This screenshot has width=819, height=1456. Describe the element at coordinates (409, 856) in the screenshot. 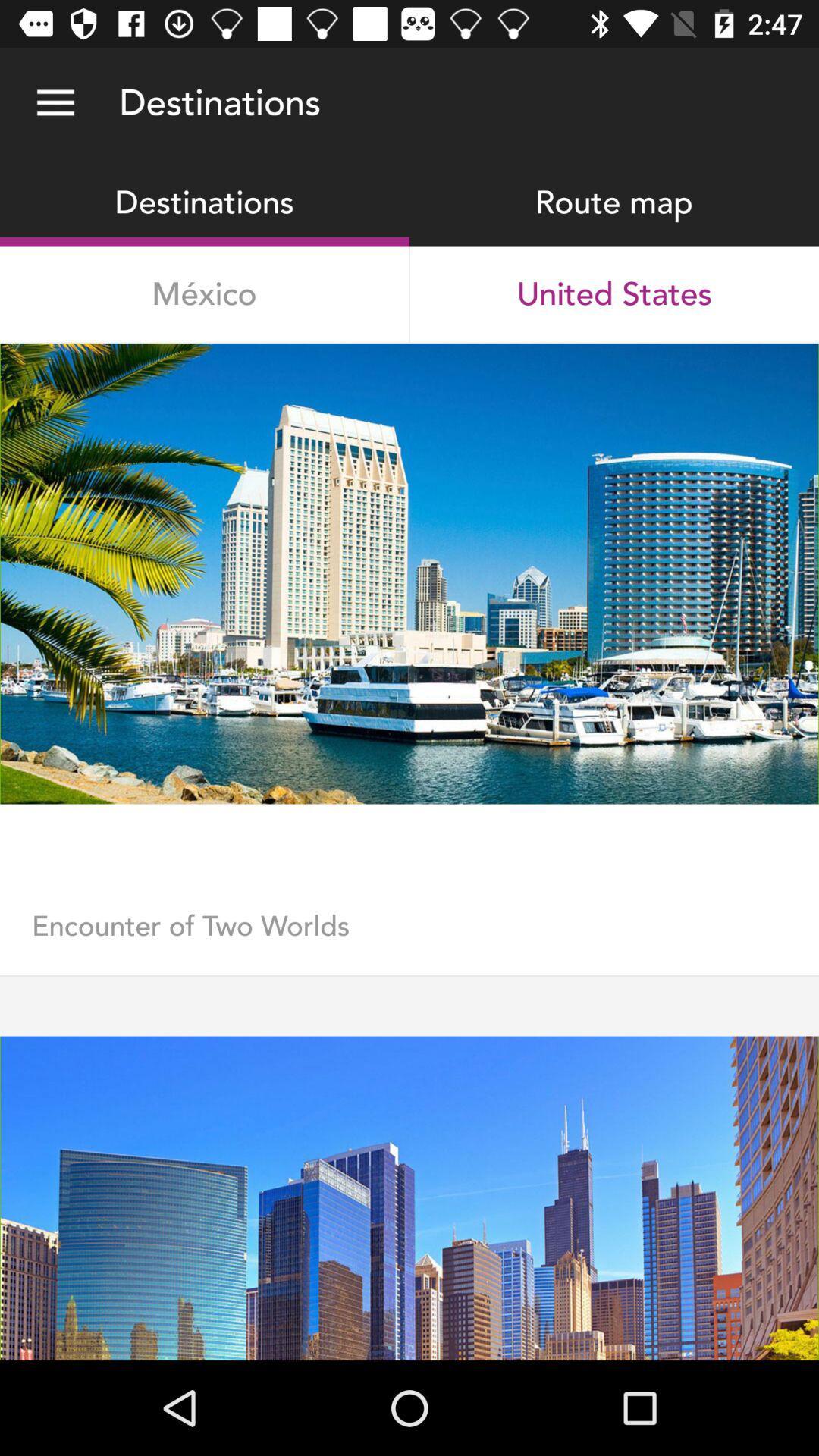

I see `icon above encounter of two icon` at that location.